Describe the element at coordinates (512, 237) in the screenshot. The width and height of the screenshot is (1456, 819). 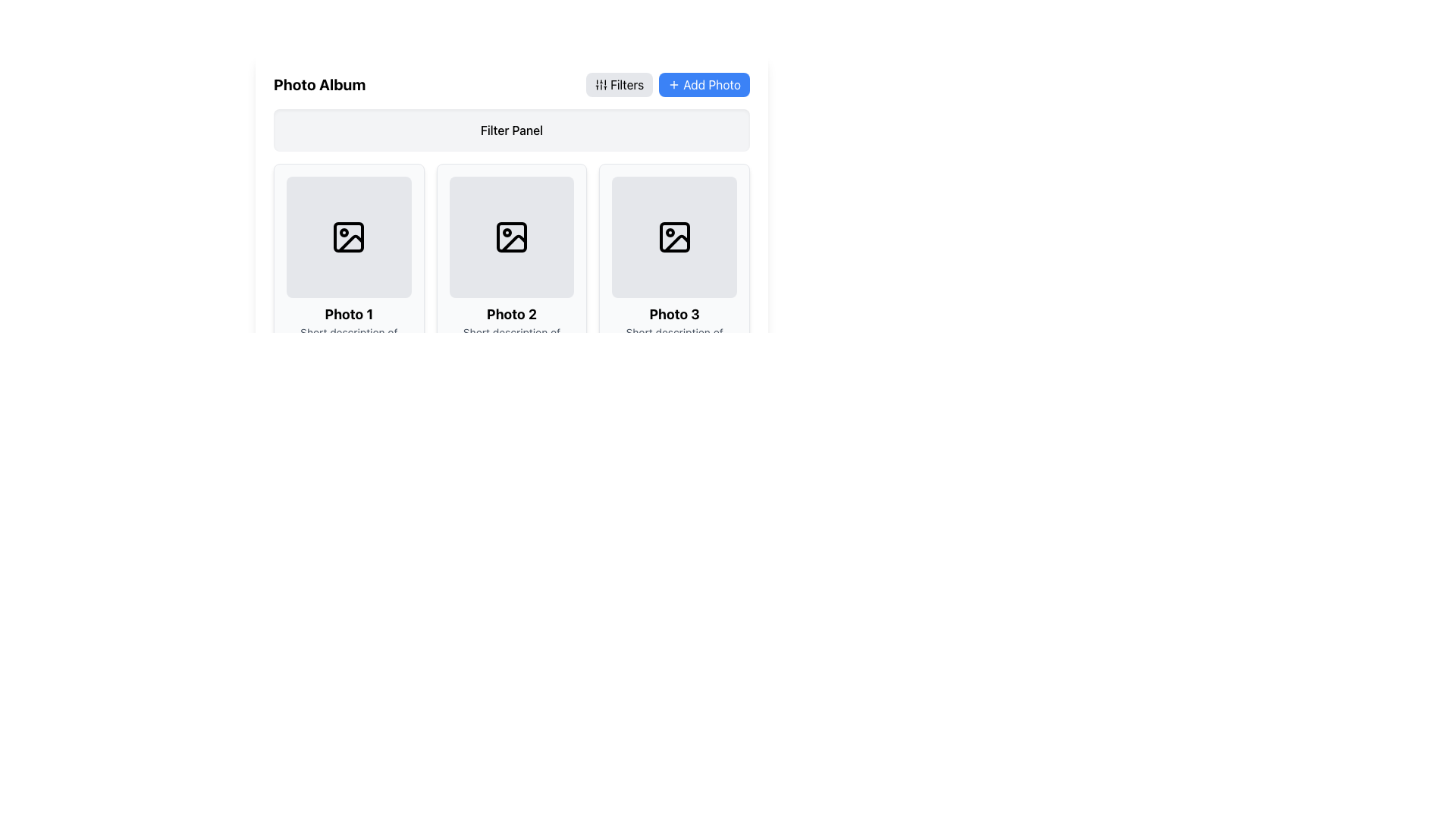
I see `the rounded rectangular icon in the second photo thumbnail within the grid of photo items` at that location.